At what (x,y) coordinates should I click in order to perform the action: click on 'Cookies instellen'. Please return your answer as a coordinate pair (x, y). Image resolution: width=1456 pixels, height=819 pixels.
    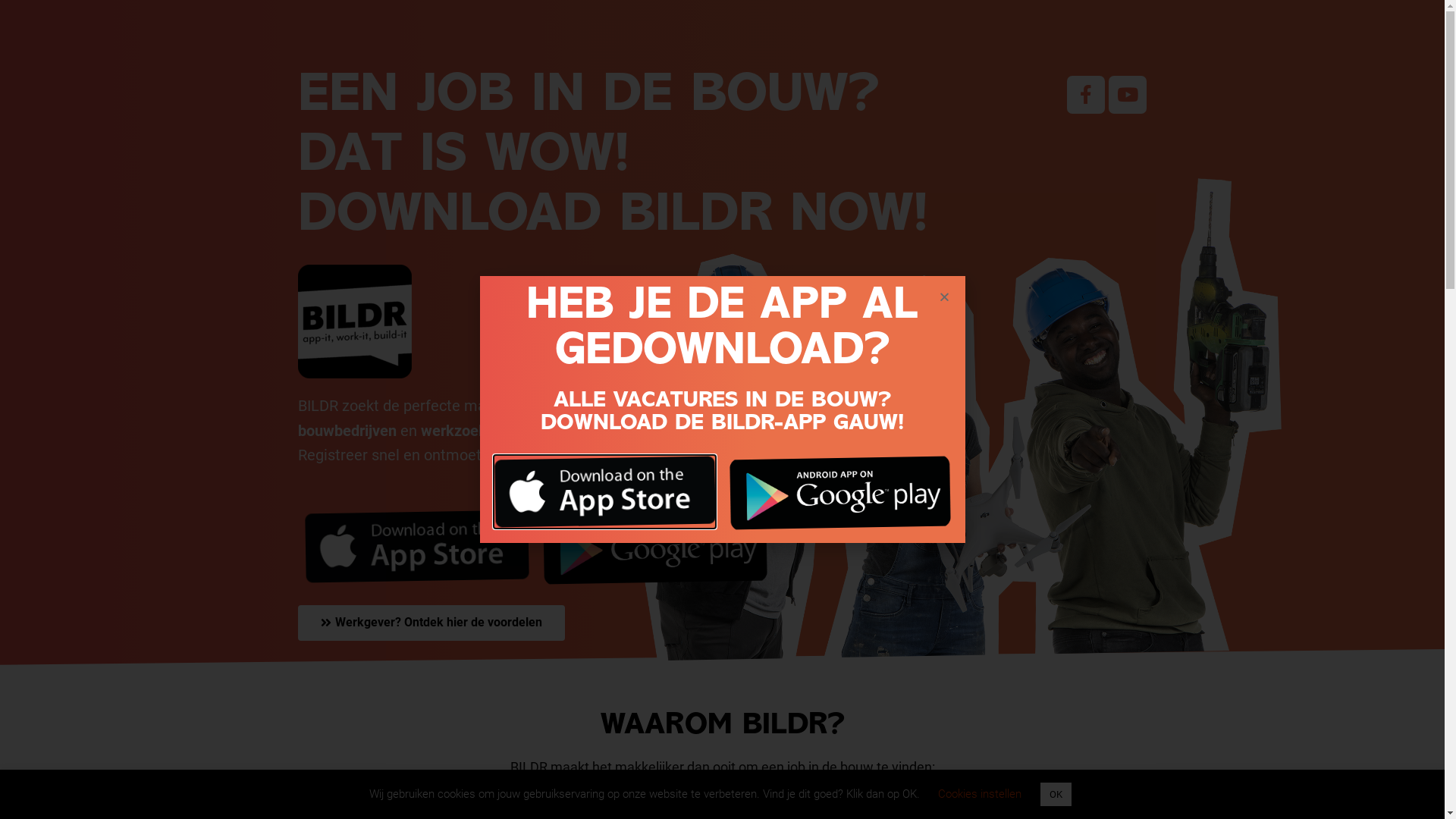
    Looking at the image, I should click on (937, 792).